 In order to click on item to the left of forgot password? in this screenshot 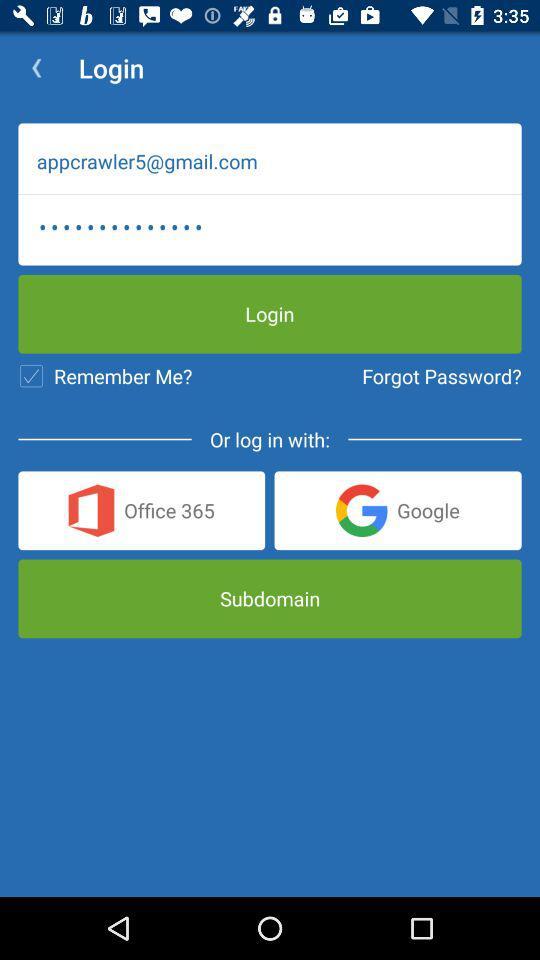, I will do `click(105, 375)`.